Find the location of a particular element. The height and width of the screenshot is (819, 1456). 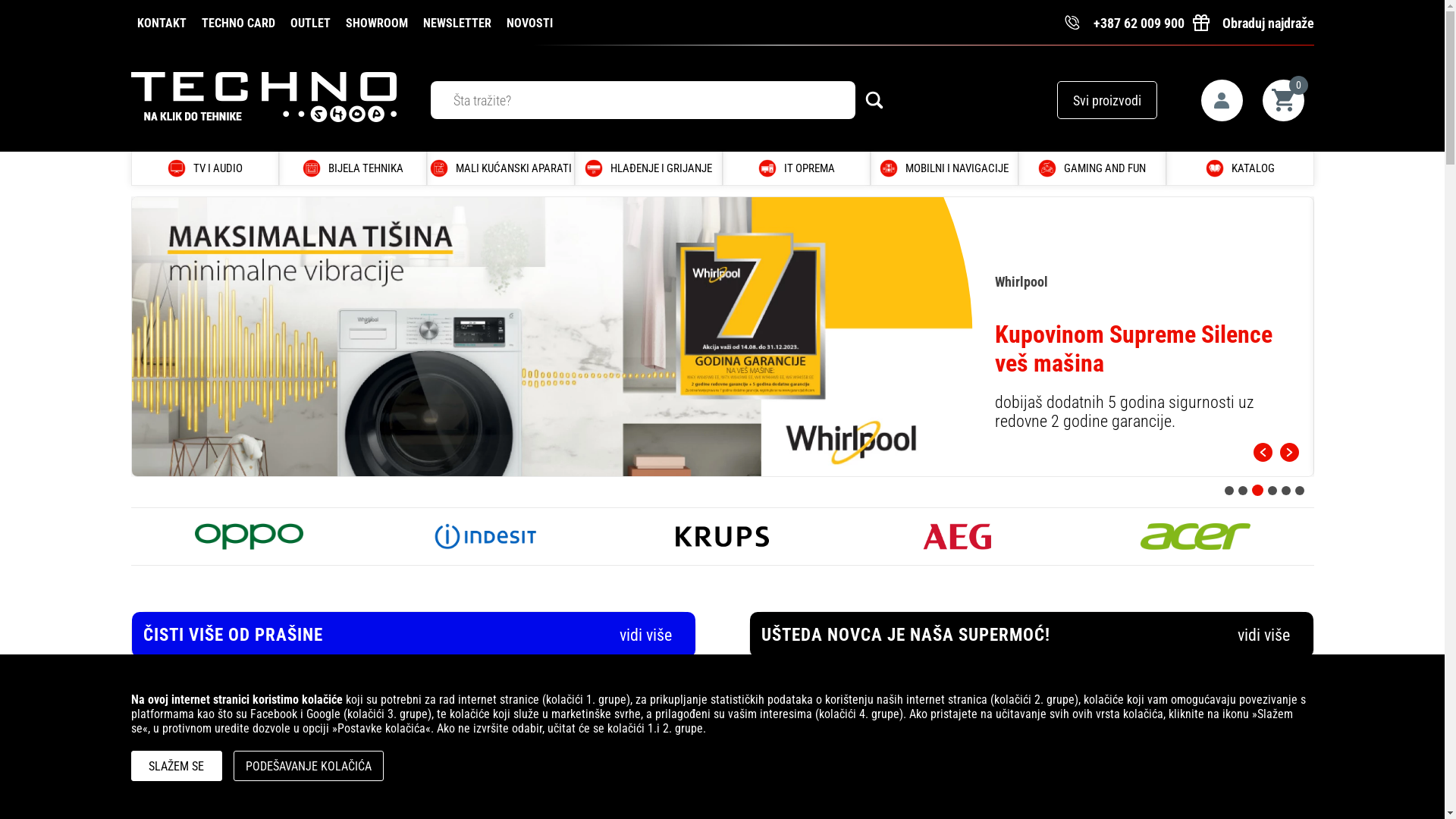

'Svi proizvodi' is located at coordinates (1056, 99).